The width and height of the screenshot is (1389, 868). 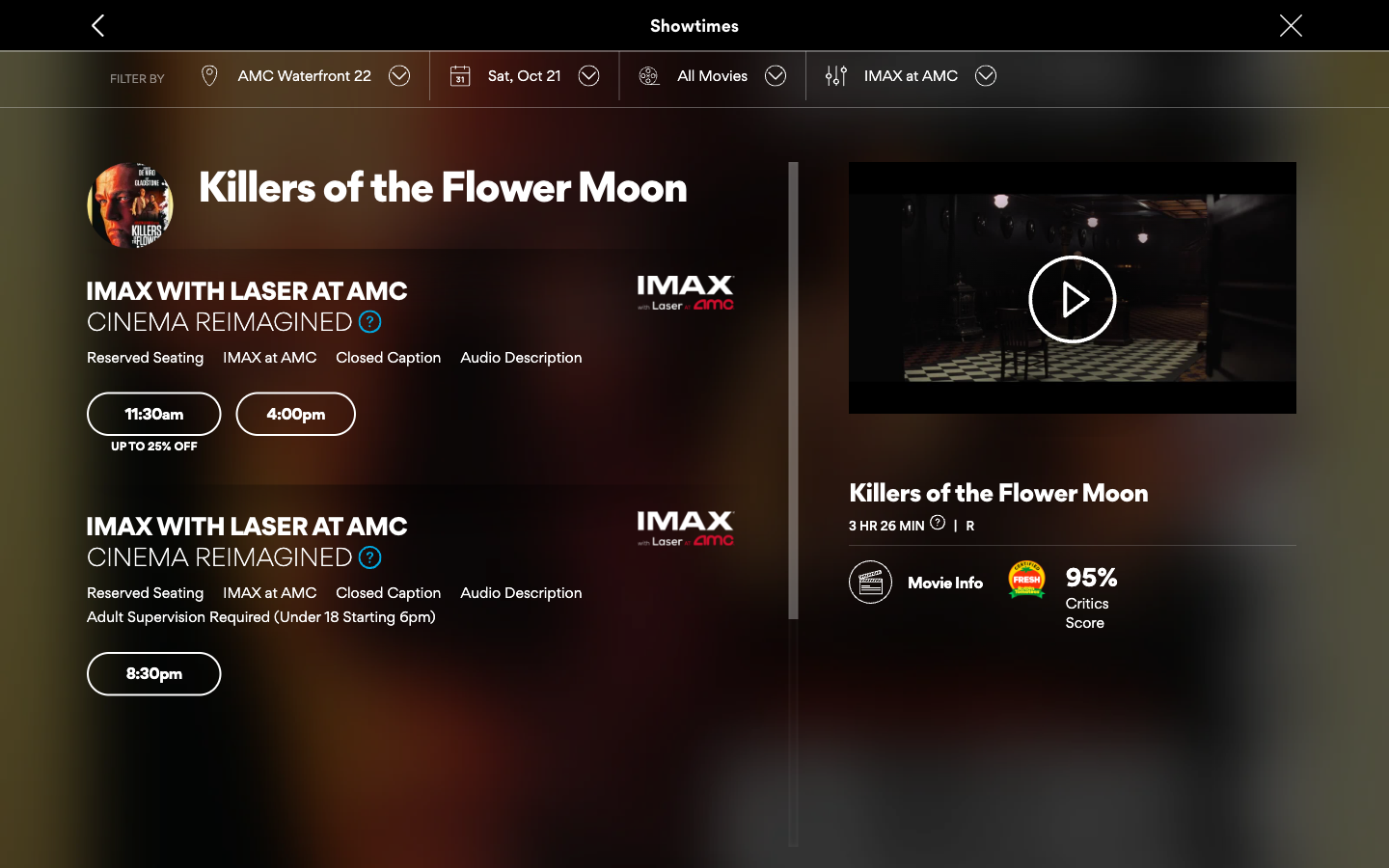 I want to click on Insert a new date into the calendar, so click(x=524, y=74).